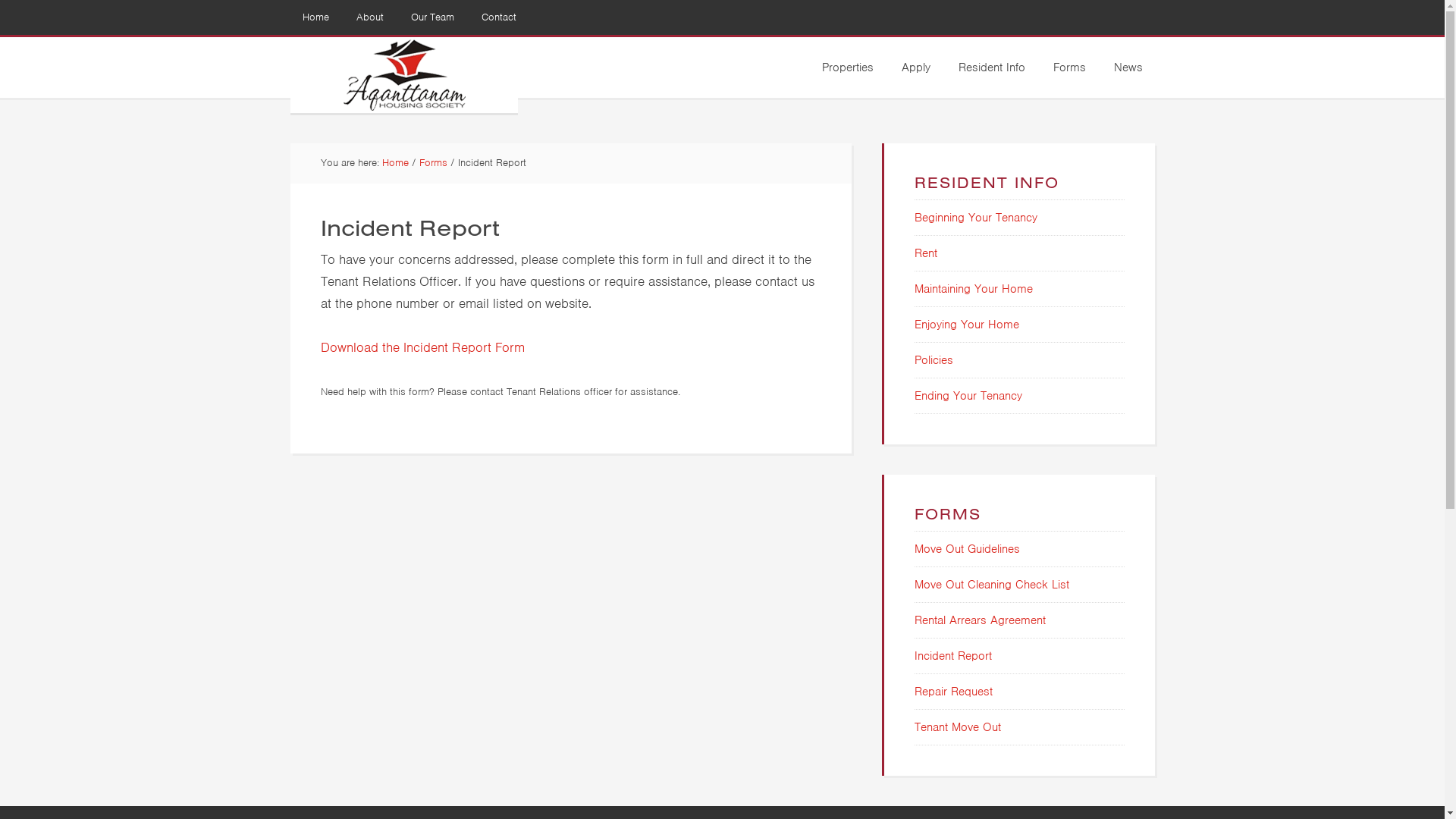  What do you see at coordinates (1128, 66) in the screenshot?
I see `'News'` at bounding box center [1128, 66].